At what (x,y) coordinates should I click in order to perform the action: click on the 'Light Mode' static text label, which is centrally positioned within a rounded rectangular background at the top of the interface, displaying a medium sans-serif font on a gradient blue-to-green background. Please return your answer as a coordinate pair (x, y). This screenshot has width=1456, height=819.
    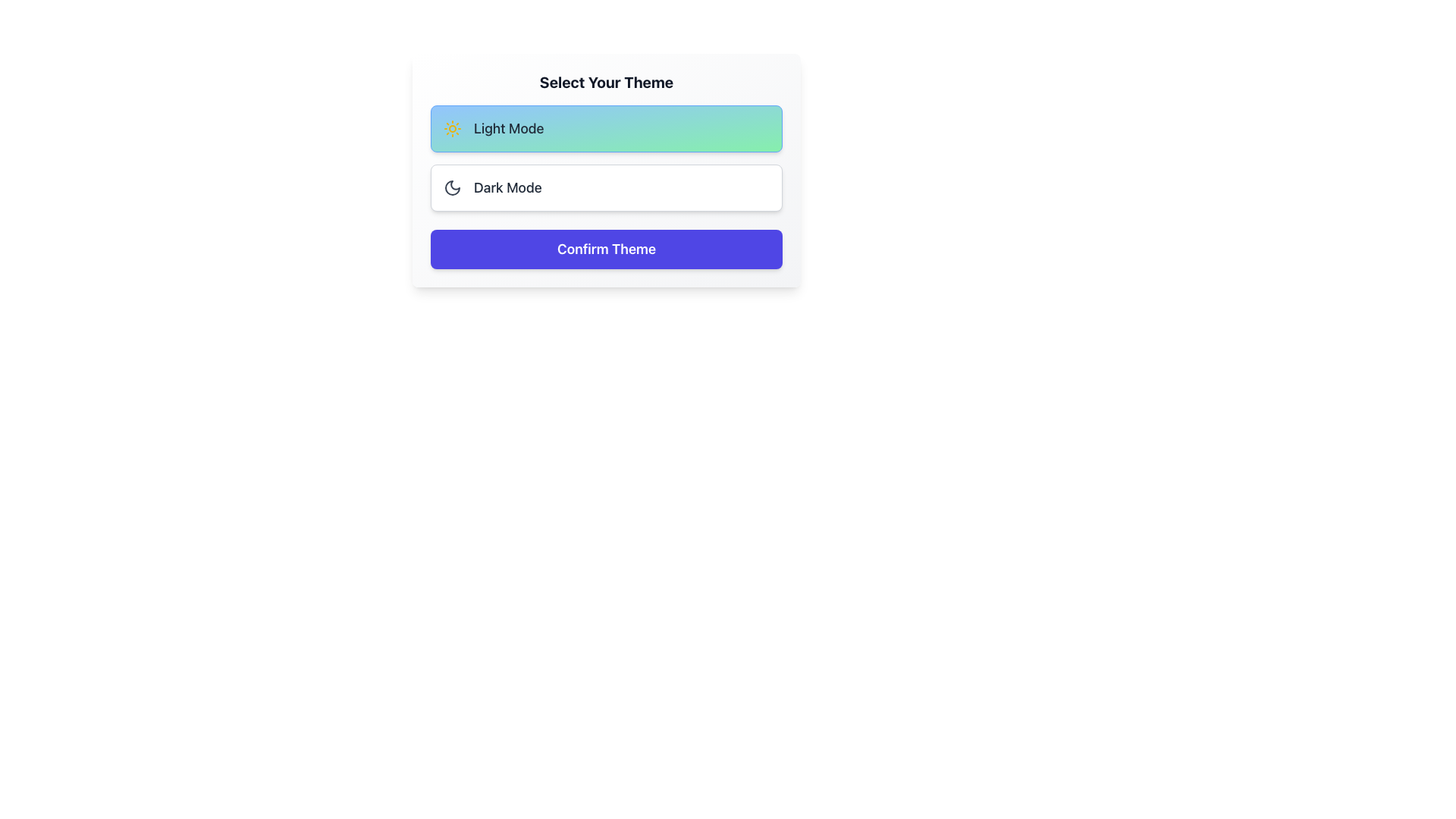
    Looking at the image, I should click on (509, 127).